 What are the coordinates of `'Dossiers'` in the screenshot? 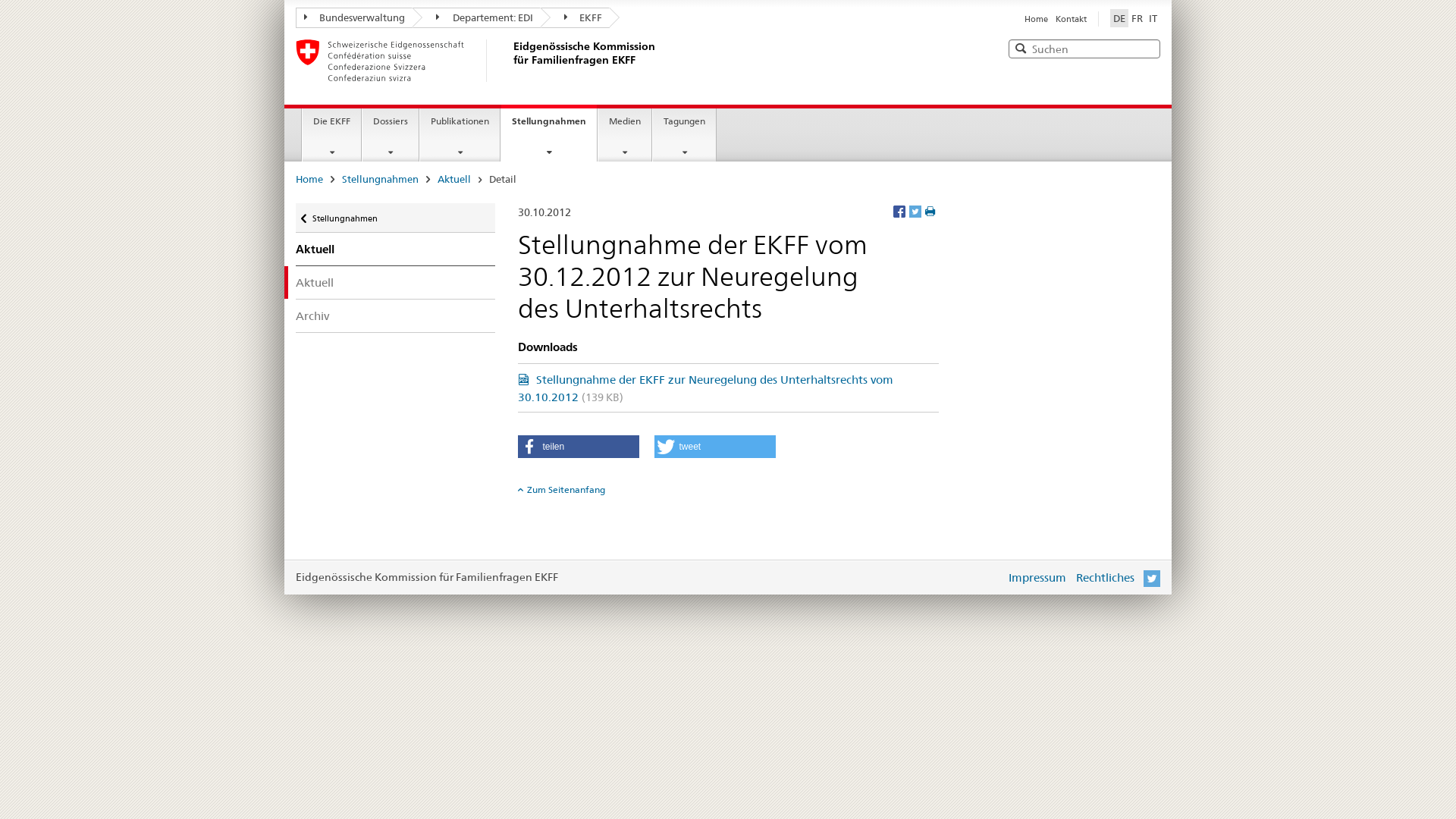 It's located at (390, 133).